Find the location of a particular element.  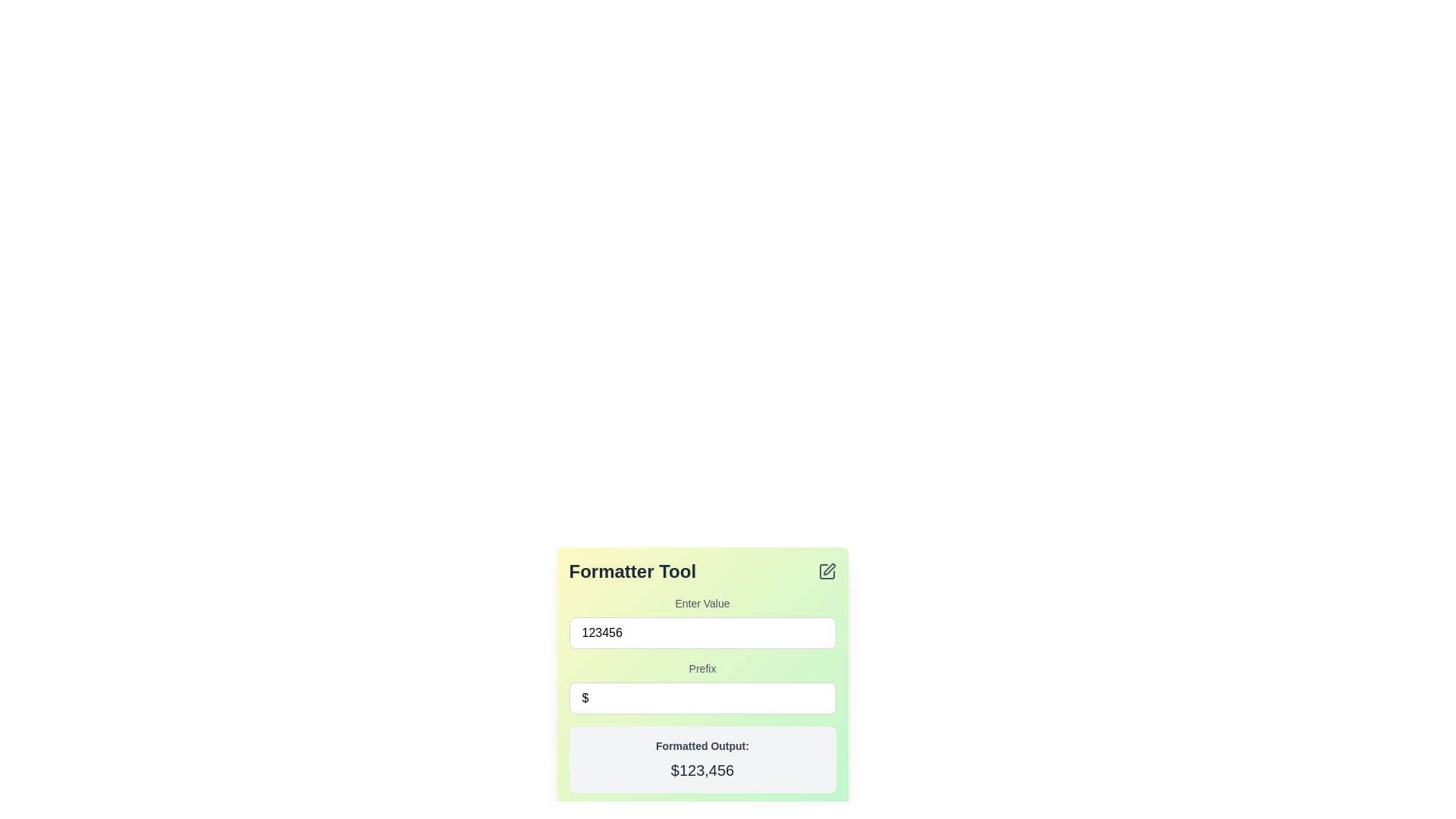

the Text Display element that serves as the title for the surrounding green gradient card, located at the top-left corner of the card is located at coordinates (632, 571).